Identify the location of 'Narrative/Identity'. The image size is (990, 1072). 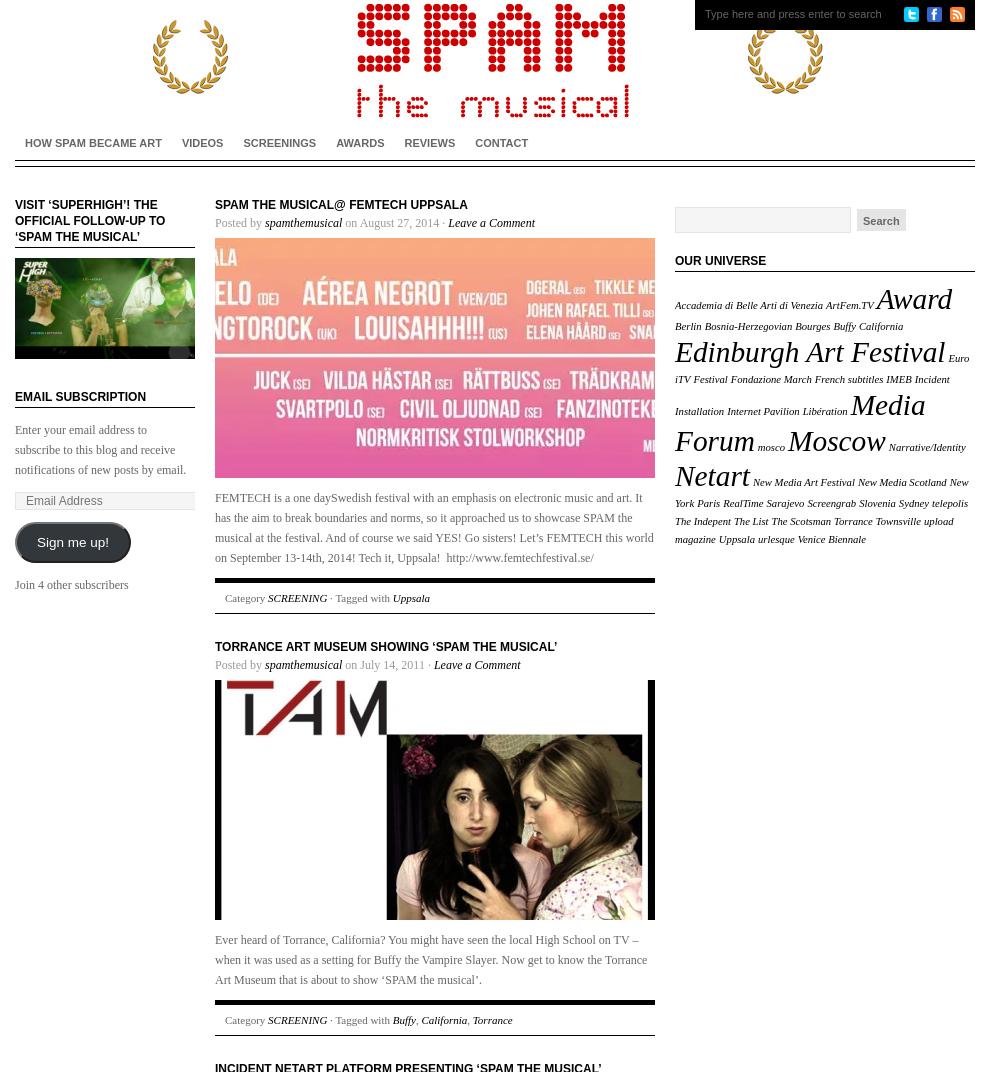
(925, 445).